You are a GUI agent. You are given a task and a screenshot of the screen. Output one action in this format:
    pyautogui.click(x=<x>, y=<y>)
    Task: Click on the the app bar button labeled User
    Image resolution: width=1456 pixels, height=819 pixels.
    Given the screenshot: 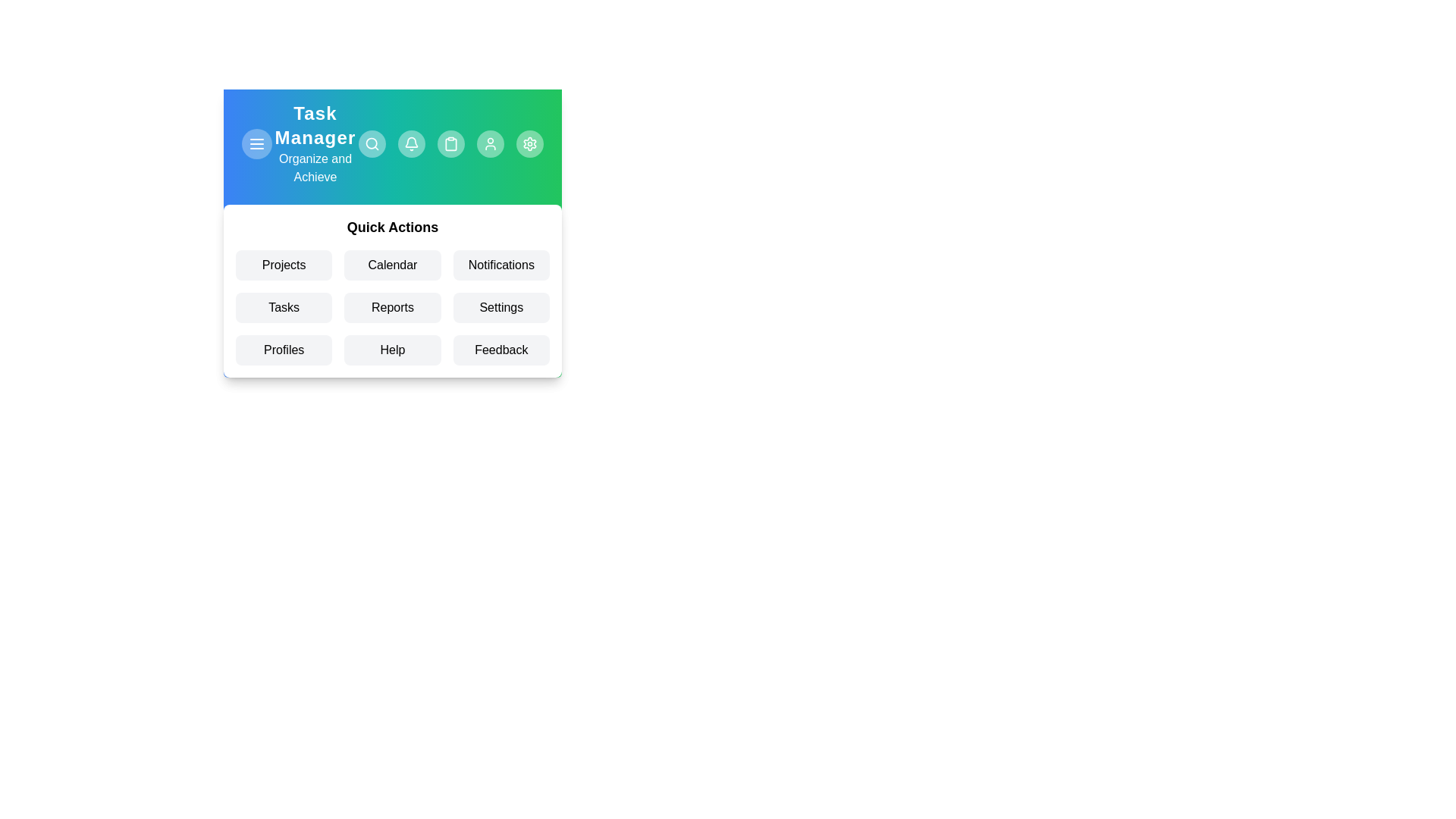 What is the action you would take?
    pyautogui.click(x=491, y=143)
    